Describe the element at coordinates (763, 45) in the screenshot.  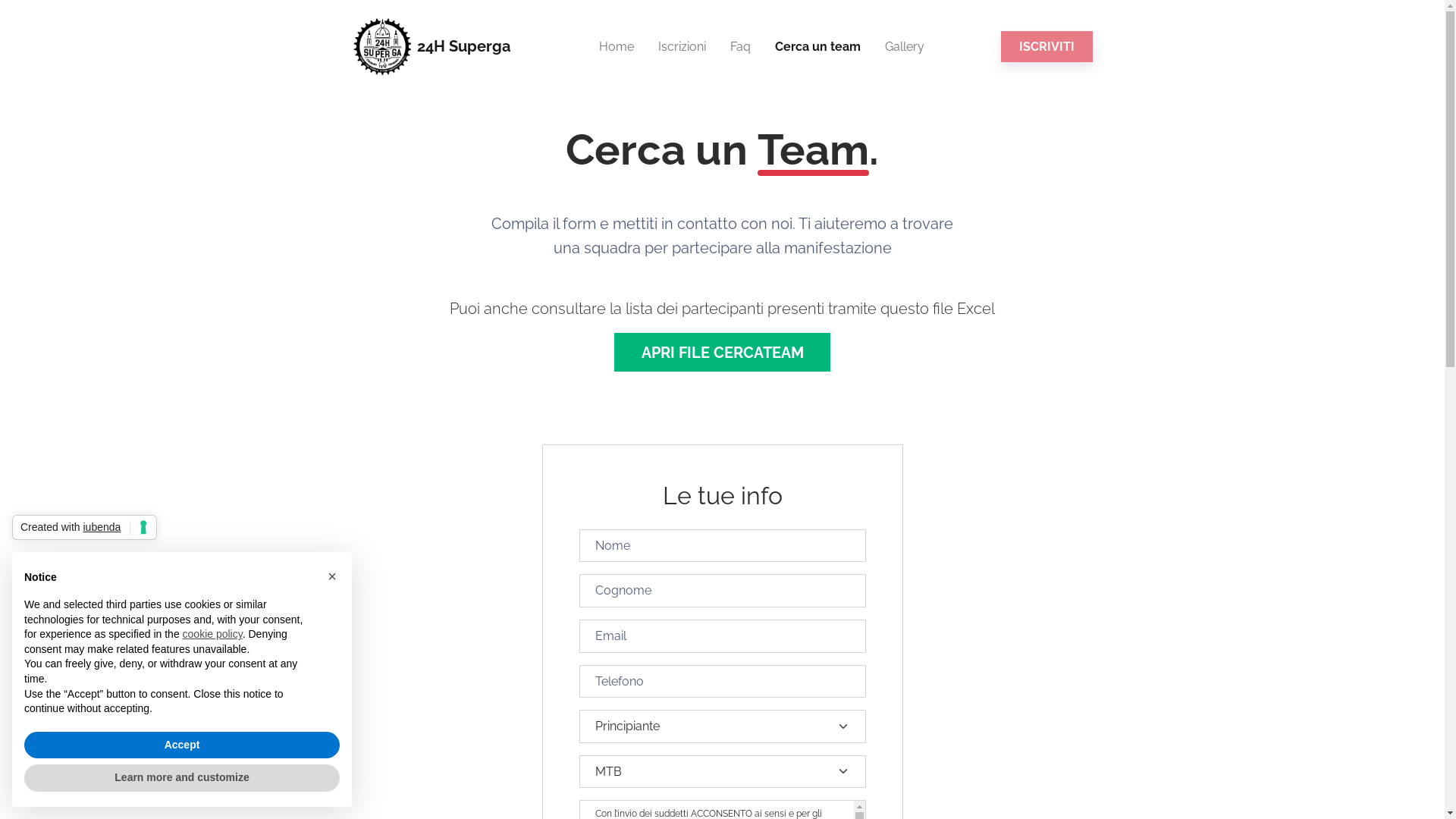
I see `'Cerca un team'` at that location.